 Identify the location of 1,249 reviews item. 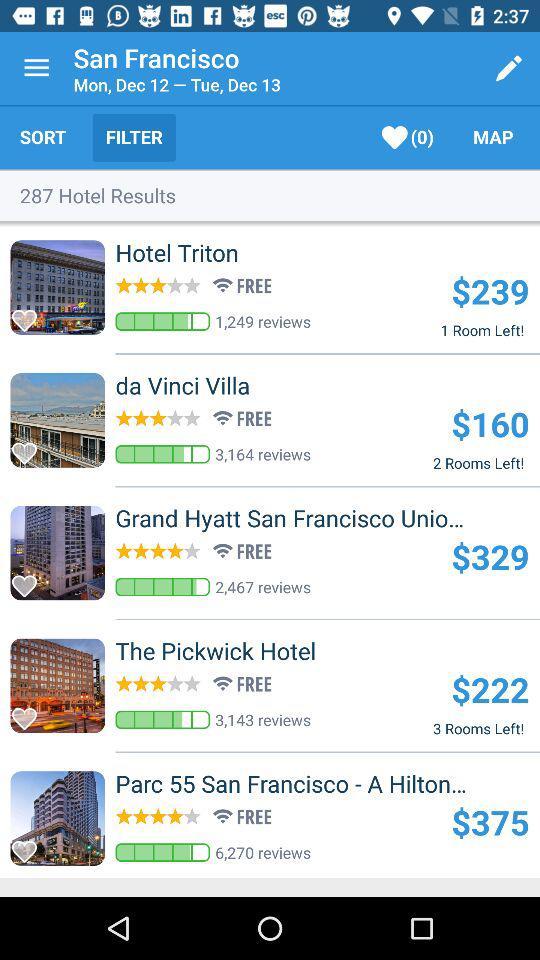
(263, 321).